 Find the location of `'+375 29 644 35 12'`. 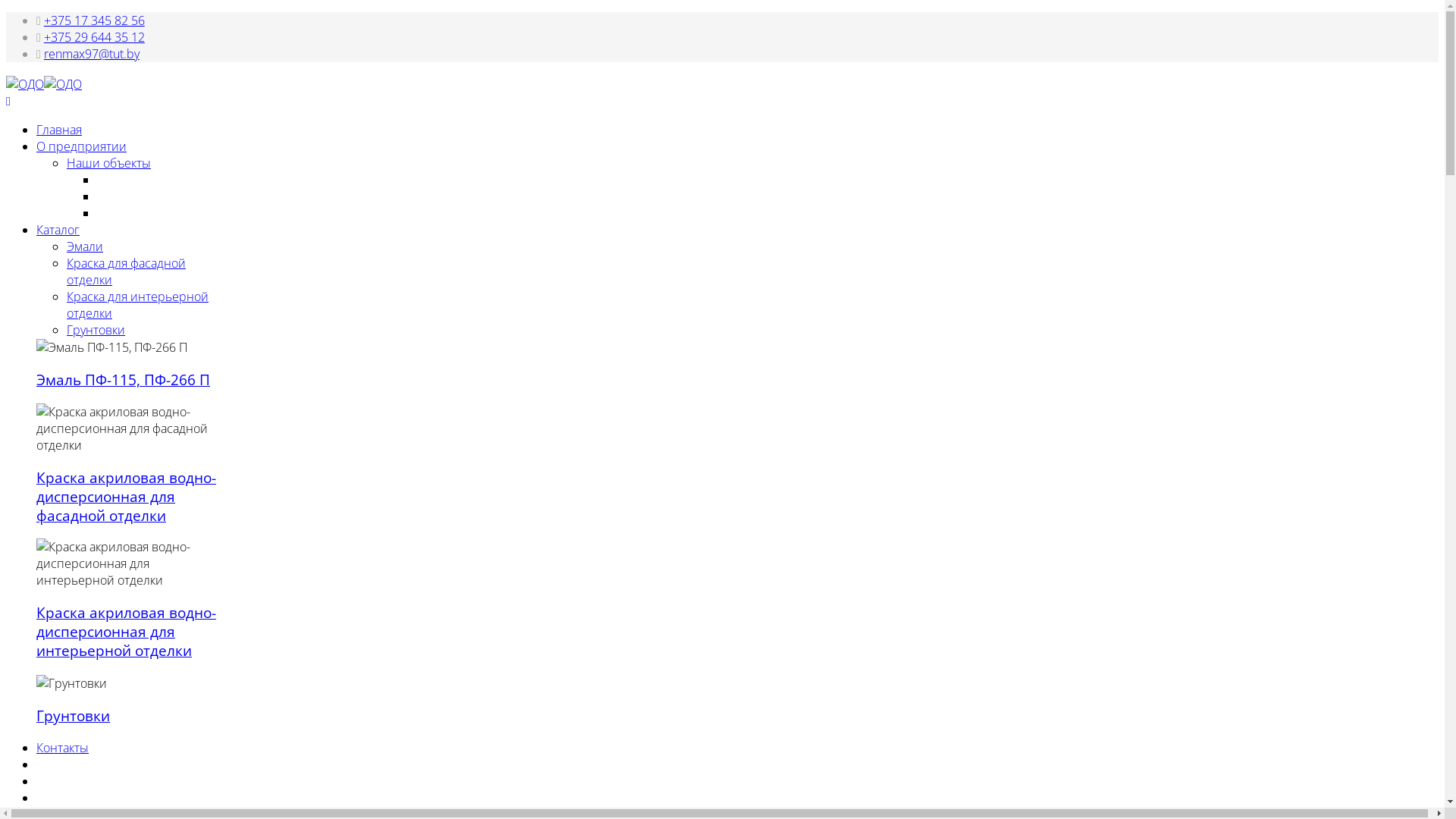

'+375 29 644 35 12' is located at coordinates (93, 36).